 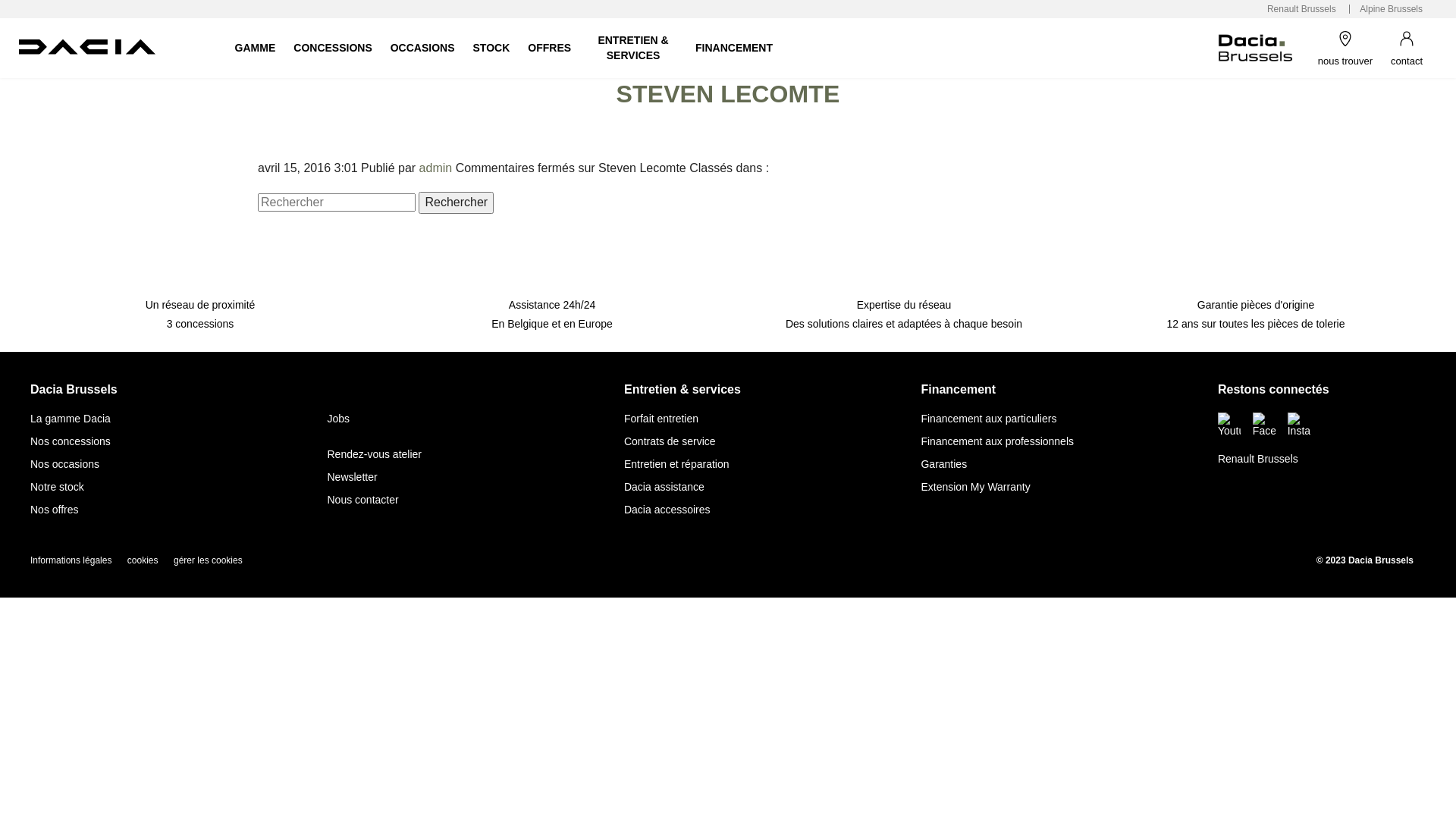 I want to click on 'Alpine Brussels', so click(x=1391, y=9).